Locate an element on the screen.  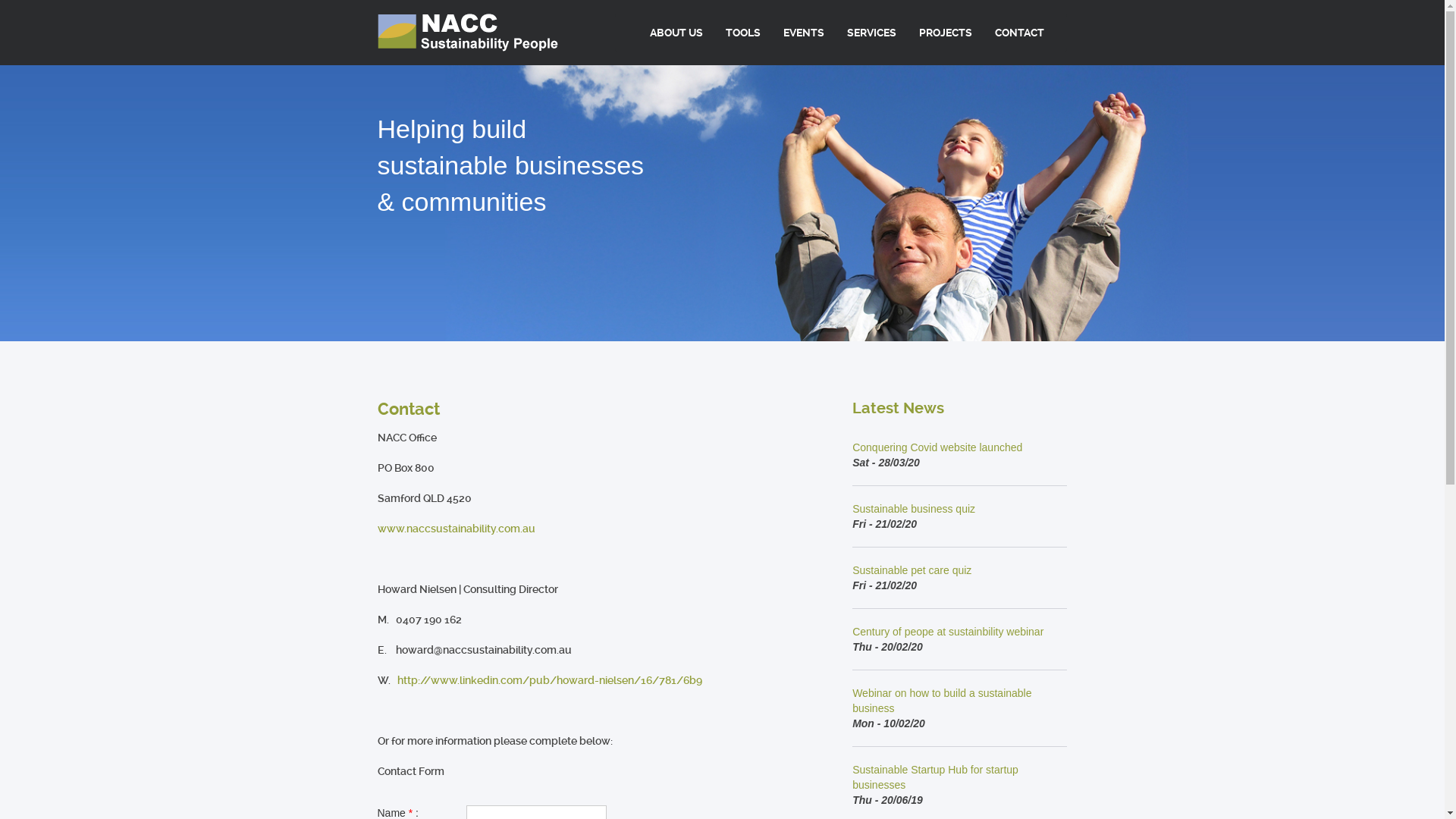
'ABOUT US' is located at coordinates (676, 32).